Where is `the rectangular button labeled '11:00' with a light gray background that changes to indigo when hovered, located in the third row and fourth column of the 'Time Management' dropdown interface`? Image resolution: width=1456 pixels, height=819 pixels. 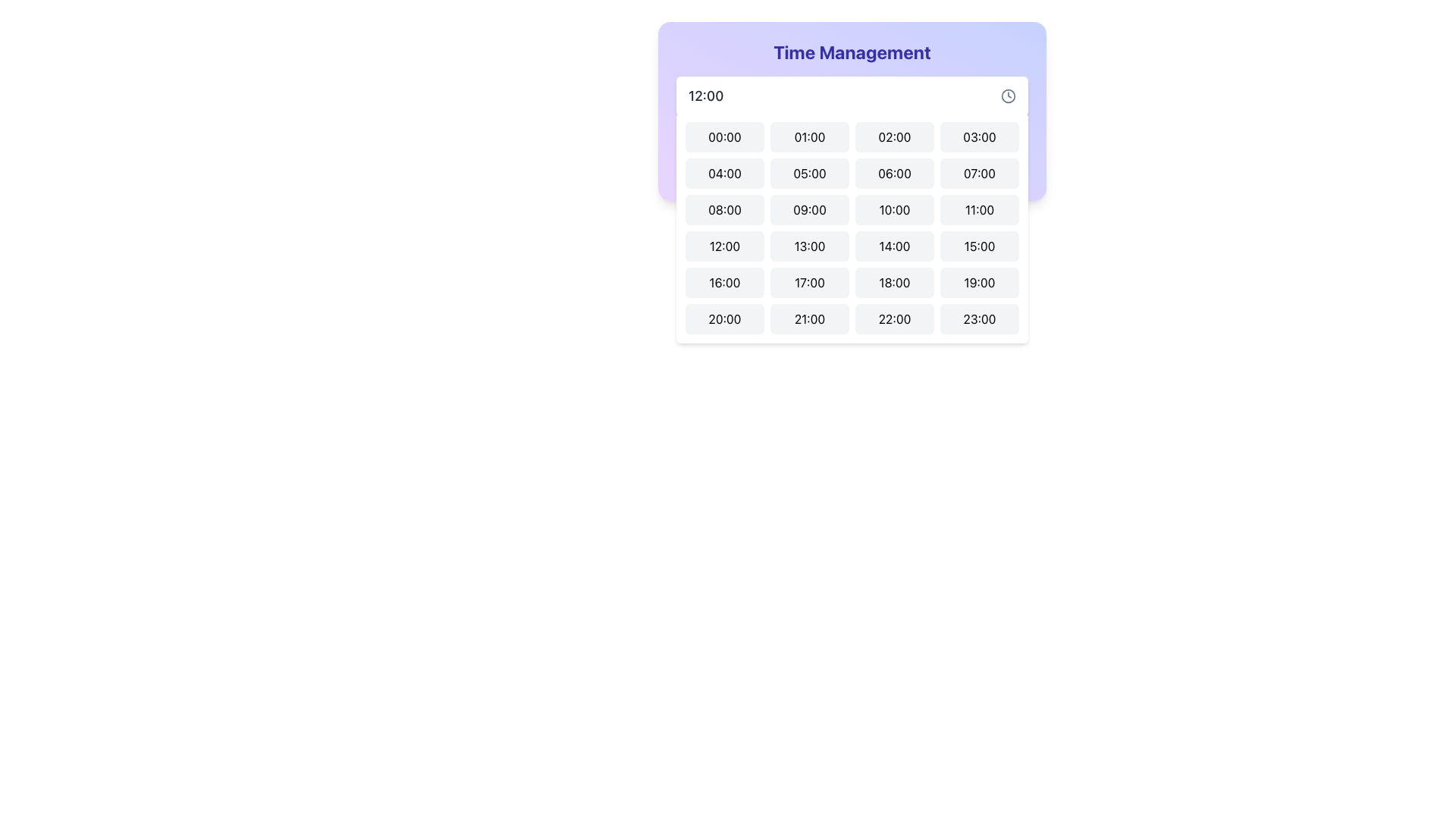 the rectangular button labeled '11:00' with a light gray background that changes to indigo when hovered, located in the third row and fourth column of the 'Time Management' dropdown interface is located at coordinates (979, 210).